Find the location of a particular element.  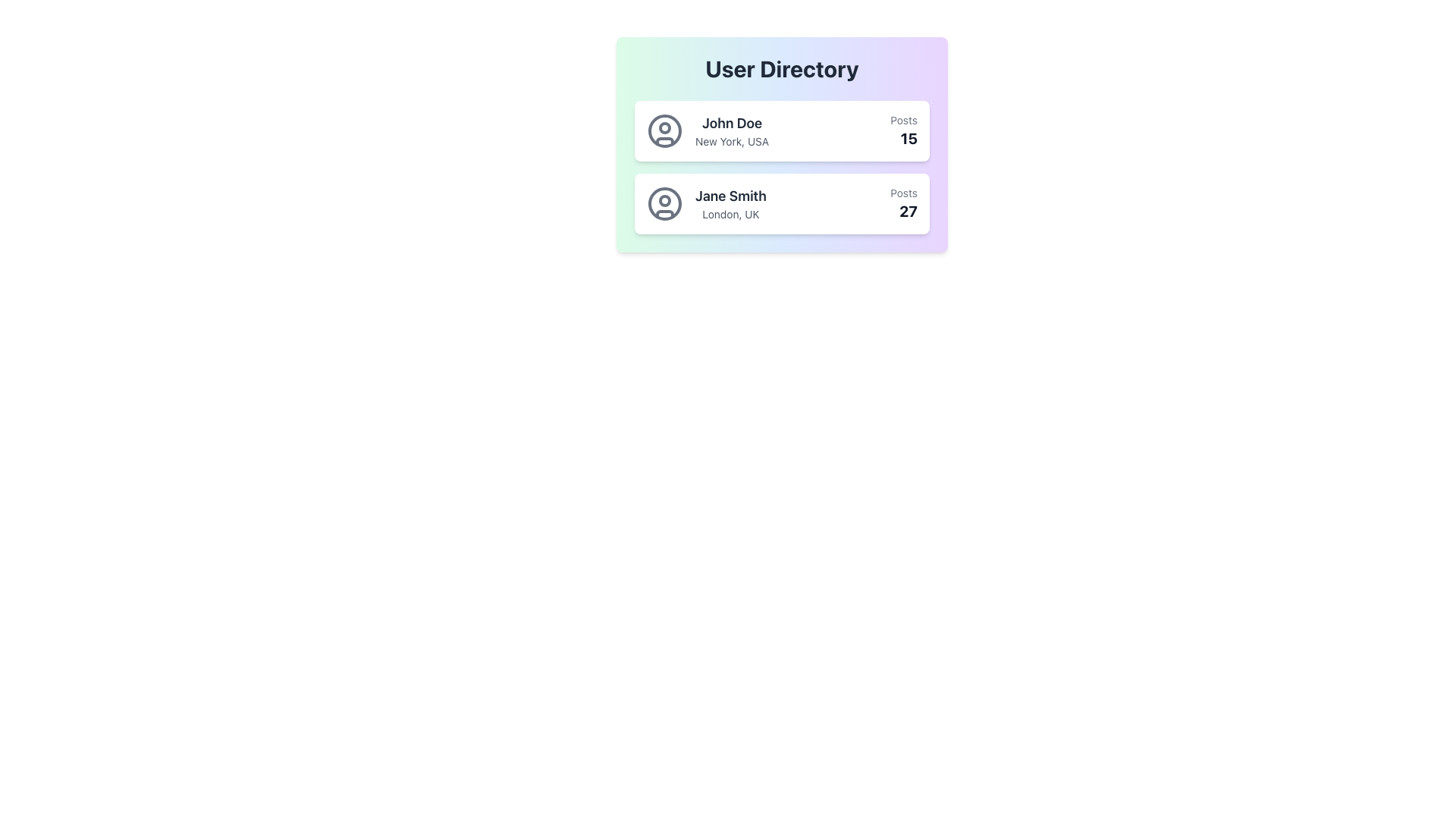

the small light gray text label displaying 'London, UK' is located at coordinates (731, 214).